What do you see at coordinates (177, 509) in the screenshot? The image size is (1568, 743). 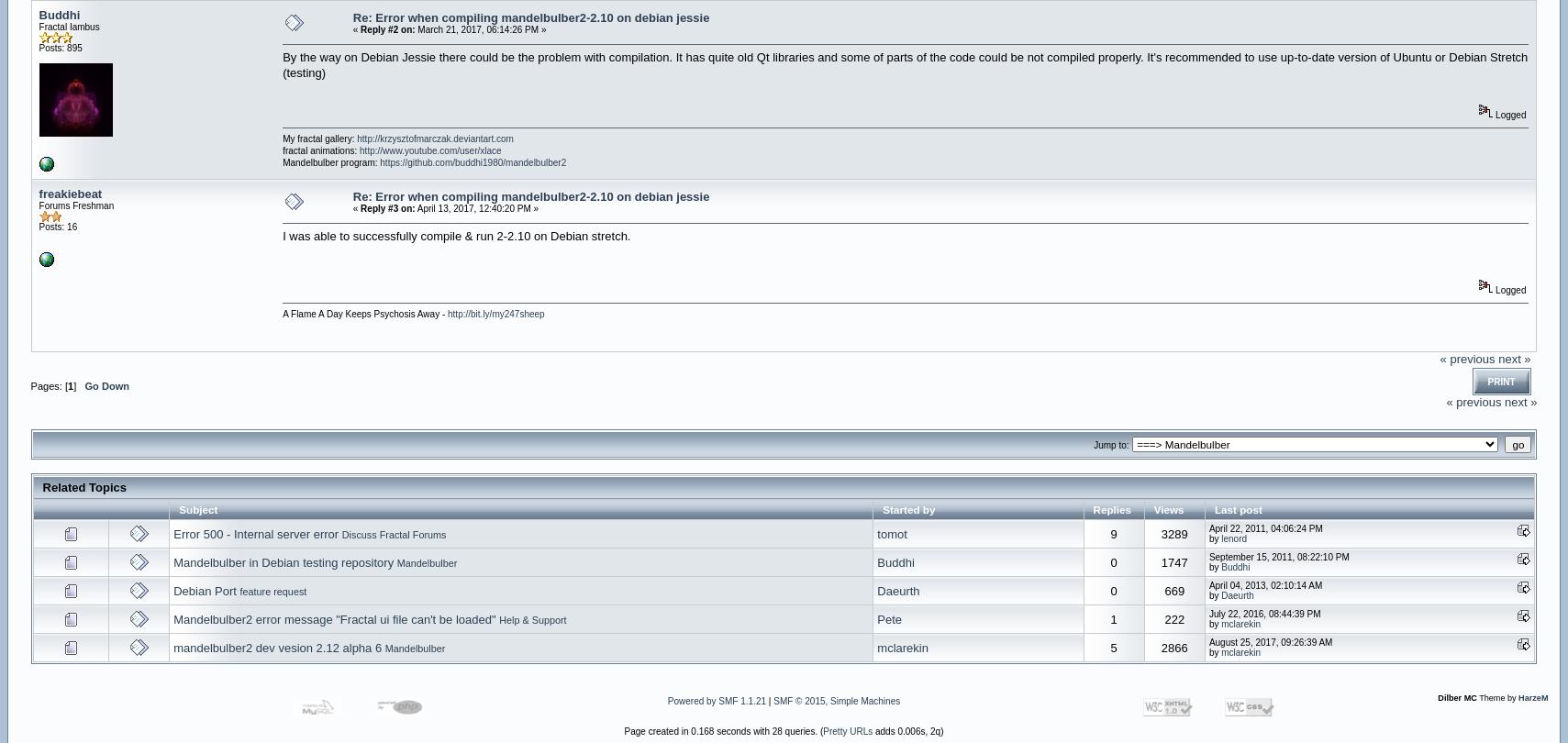 I see `'Subject'` at bounding box center [177, 509].